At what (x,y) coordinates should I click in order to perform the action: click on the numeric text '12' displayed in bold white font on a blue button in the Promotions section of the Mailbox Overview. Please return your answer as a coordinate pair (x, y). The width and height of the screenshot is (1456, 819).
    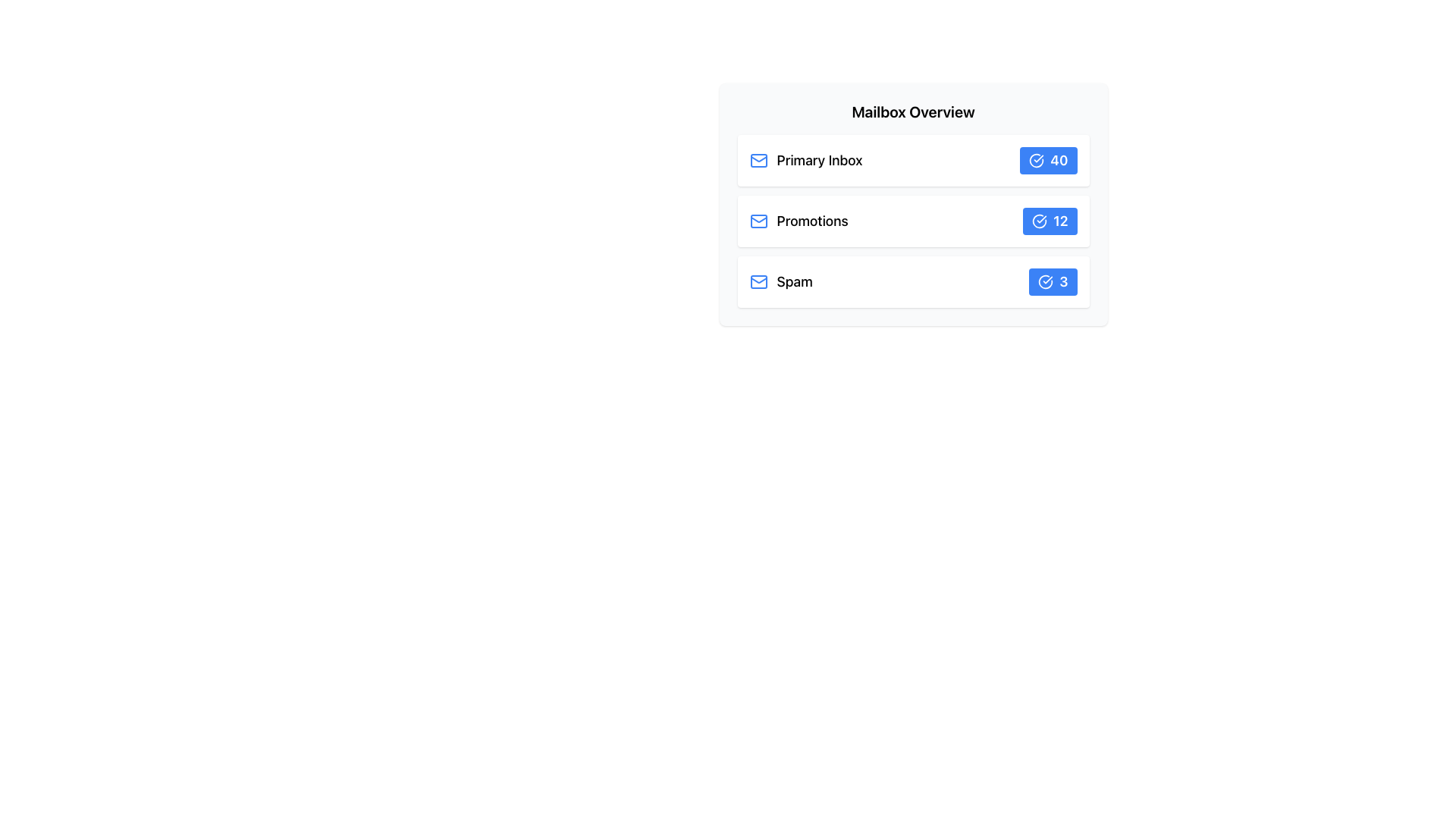
    Looking at the image, I should click on (1059, 221).